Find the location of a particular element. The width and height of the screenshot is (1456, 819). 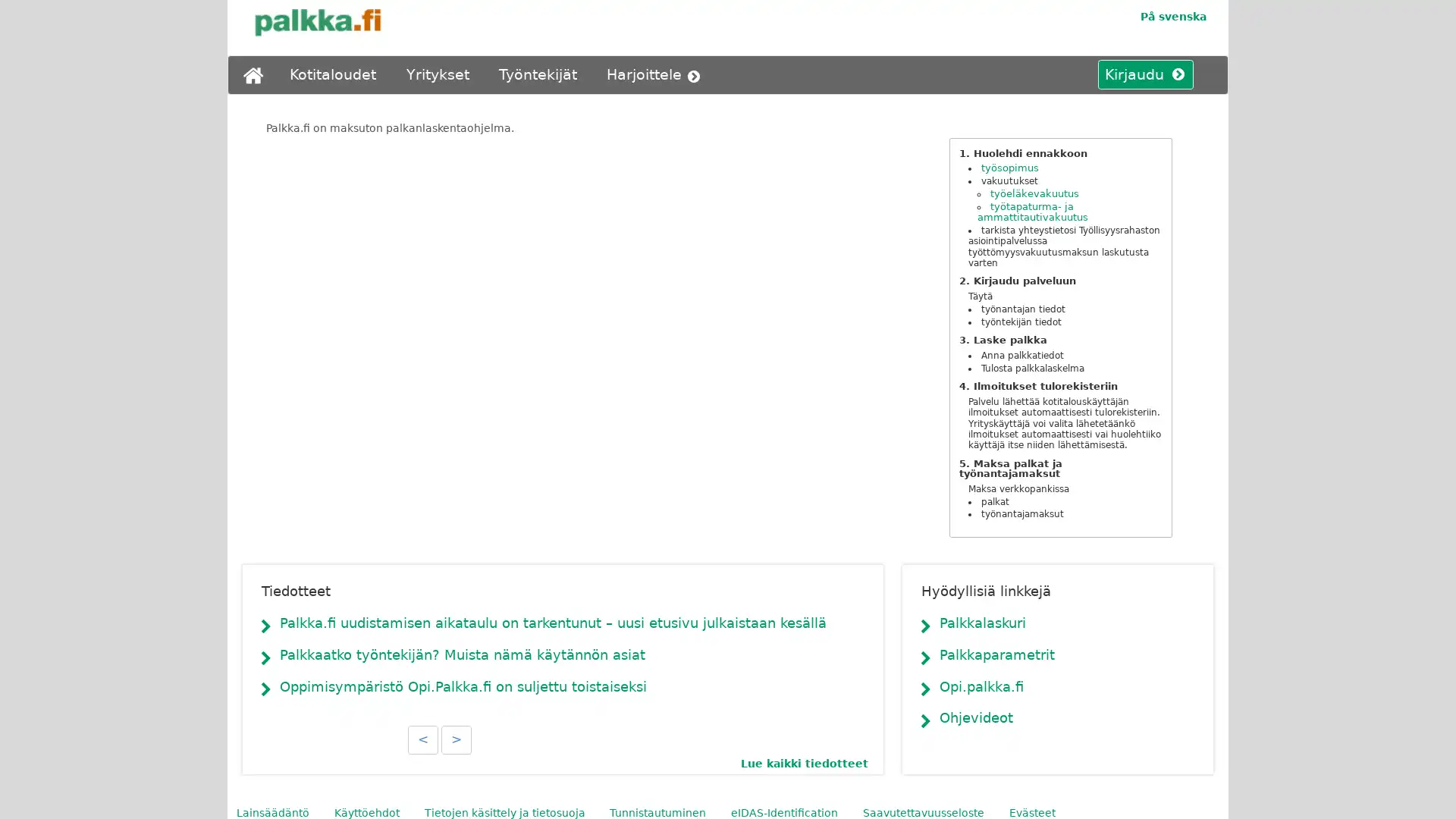

Harjoittele is located at coordinates (657, 75).